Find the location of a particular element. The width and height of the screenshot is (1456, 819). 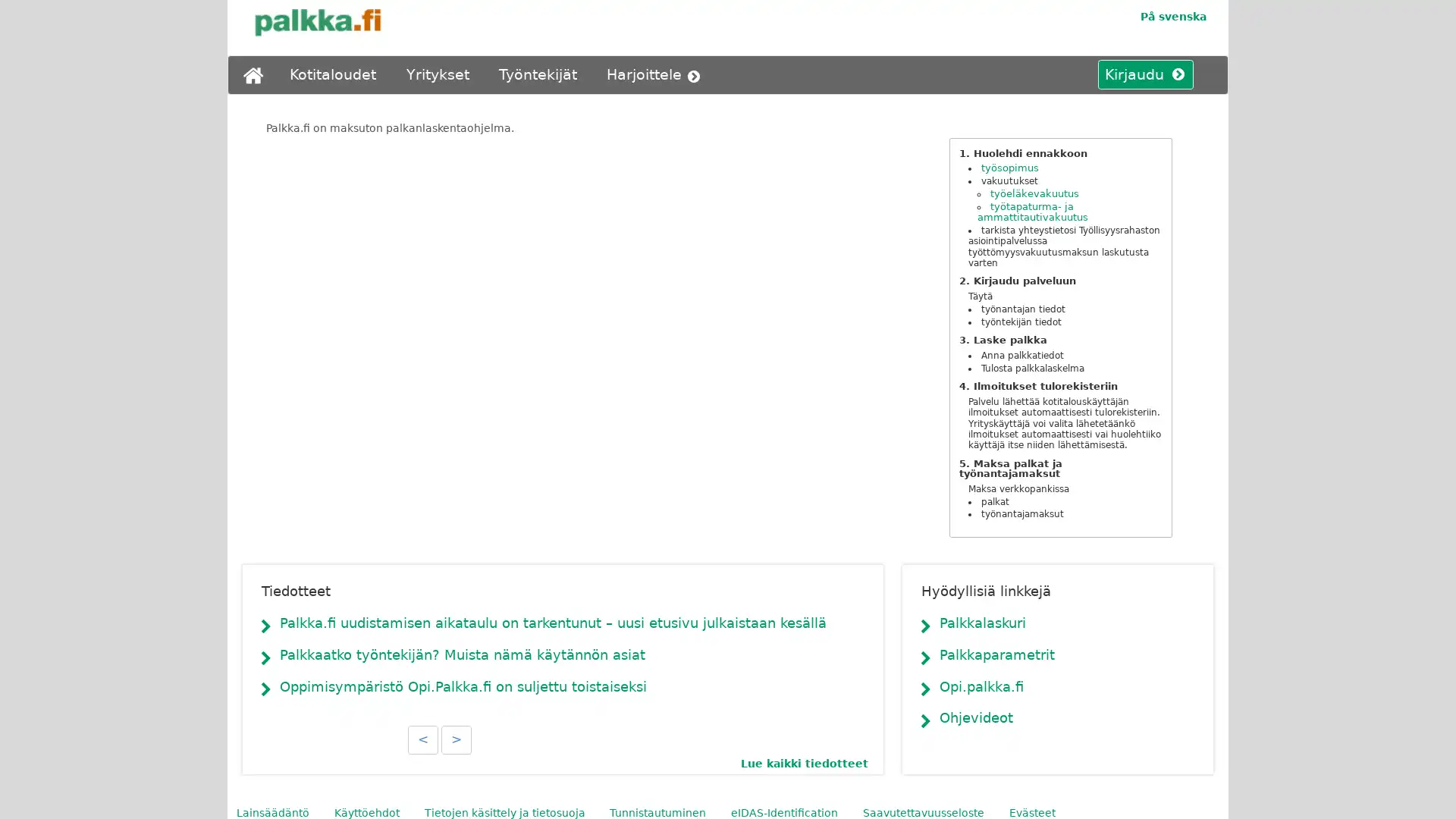

Harjoittele is located at coordinates (657, 75).